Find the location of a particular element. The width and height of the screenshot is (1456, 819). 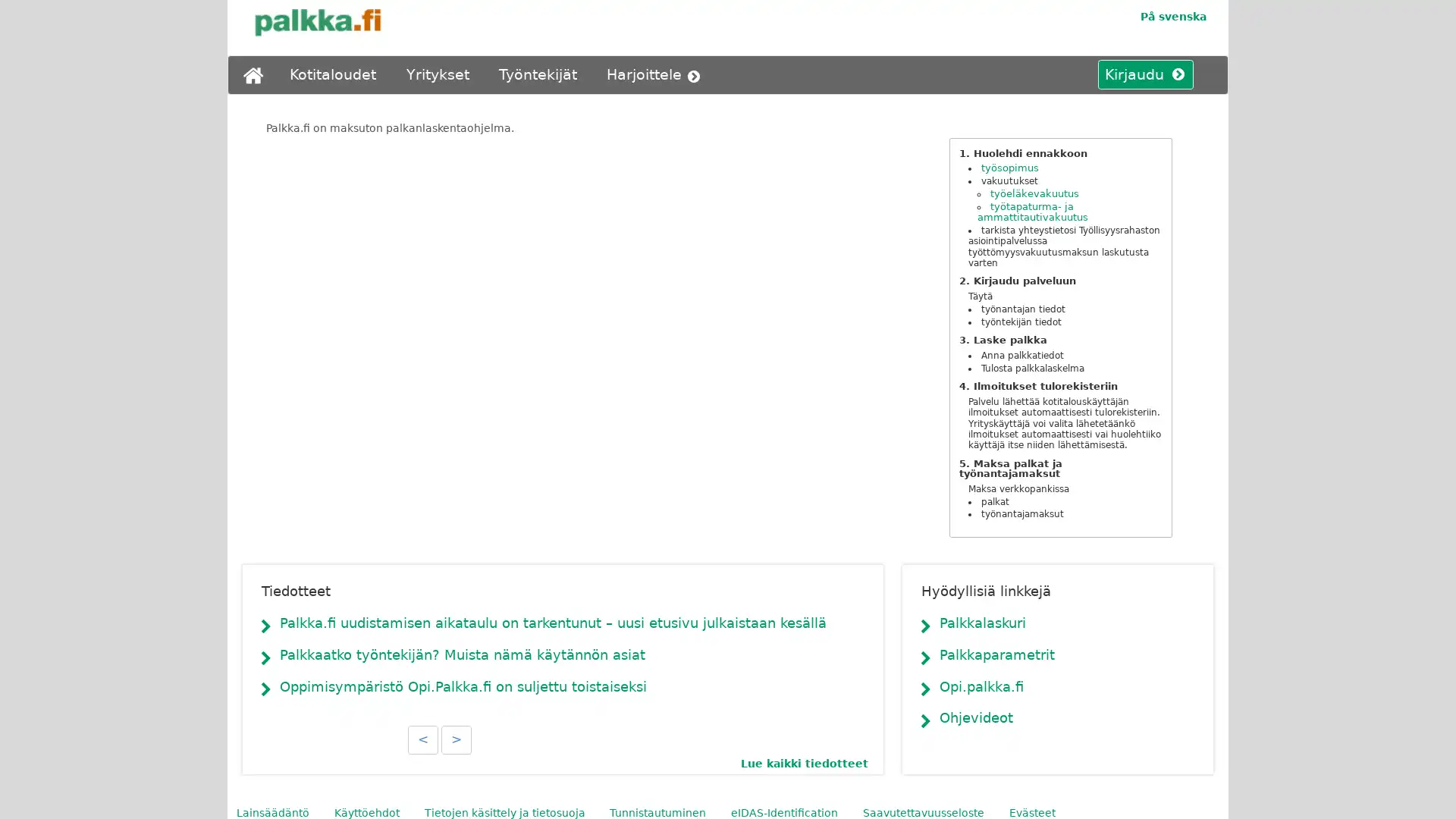

Harjoittele is located at coordinates (657, 75).